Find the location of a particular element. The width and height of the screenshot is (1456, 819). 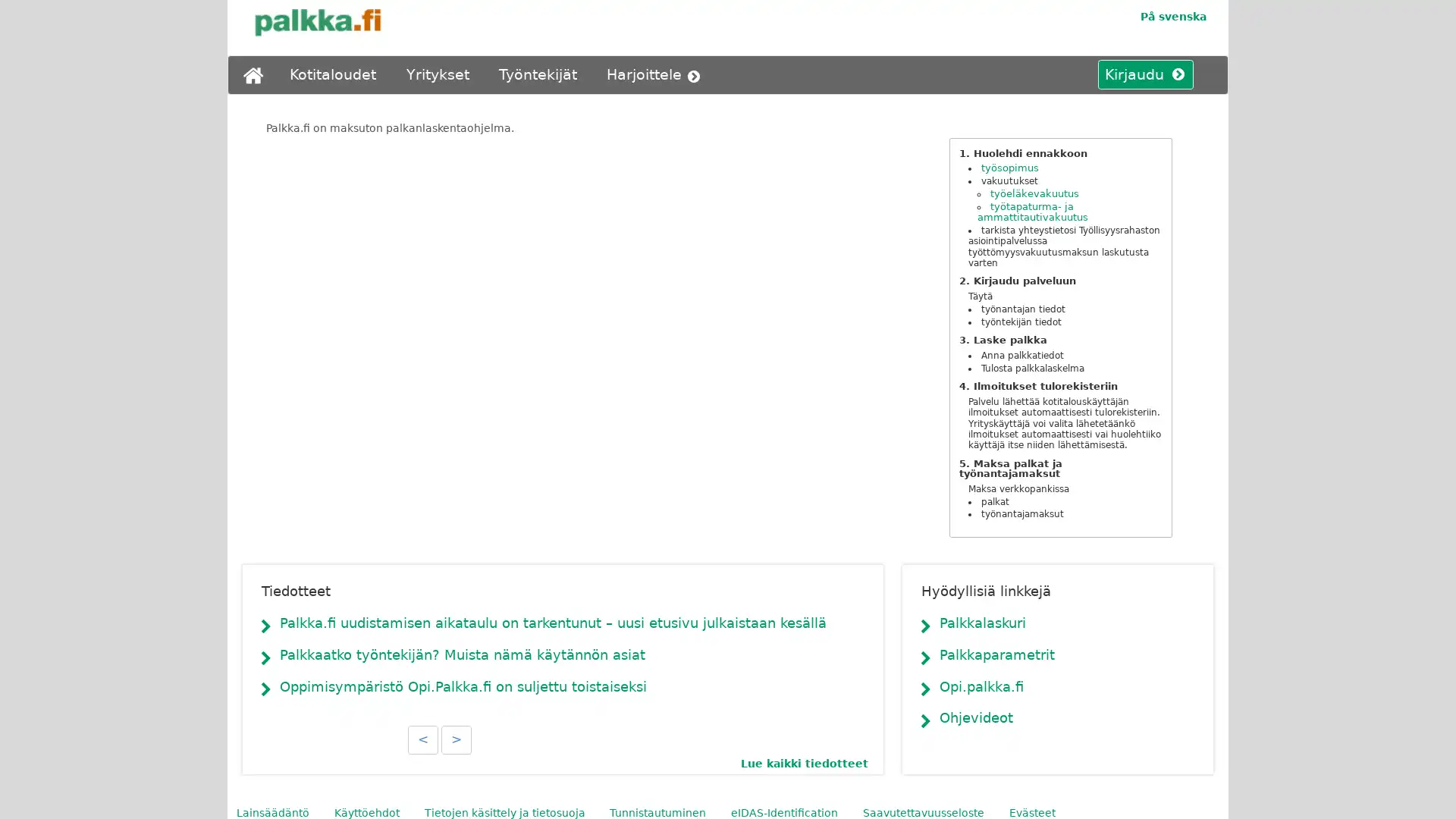

Harjoittele is located at coordinates (657, 75).